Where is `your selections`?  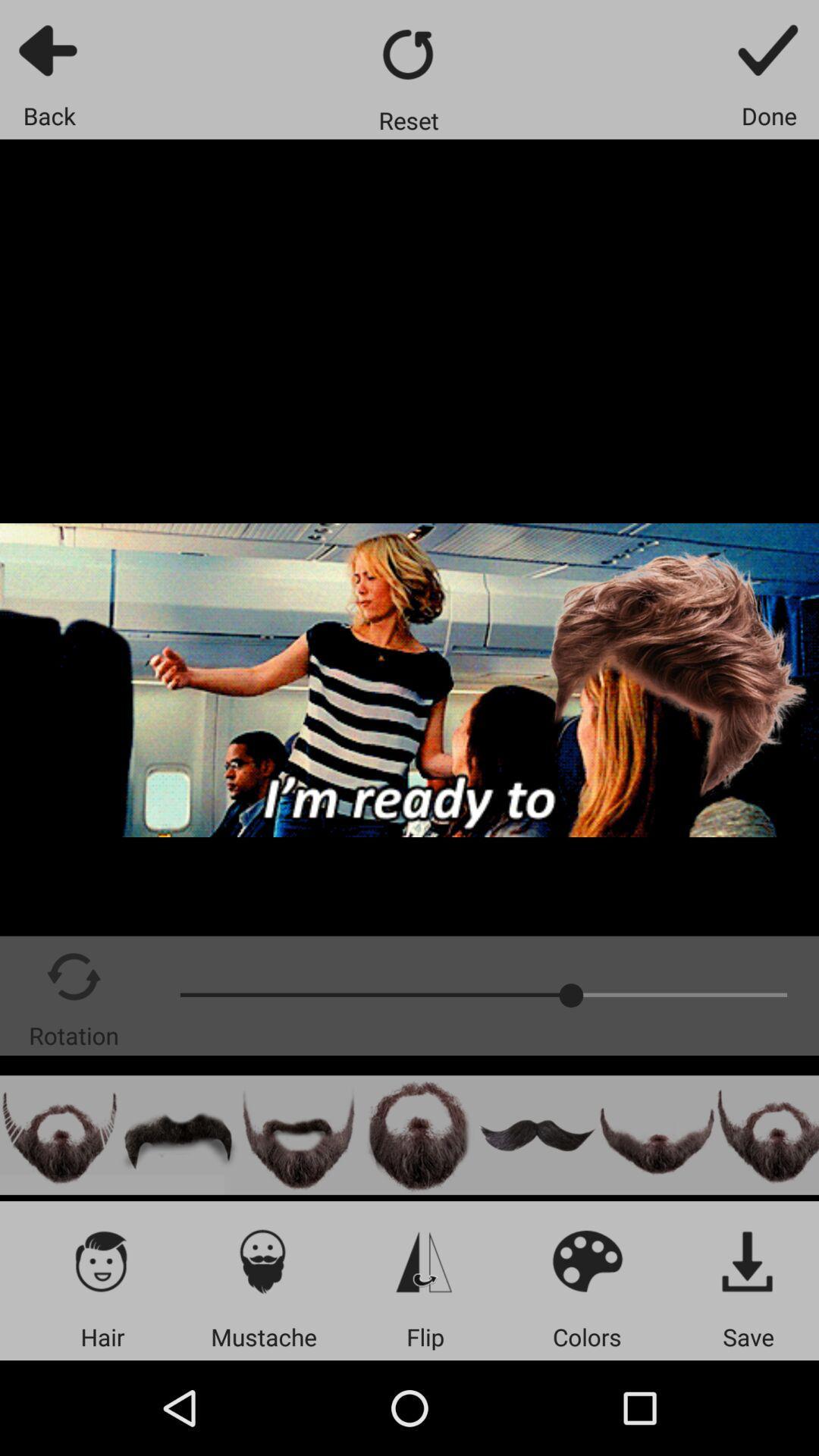
your selections is located at coordinates (748, 1260).